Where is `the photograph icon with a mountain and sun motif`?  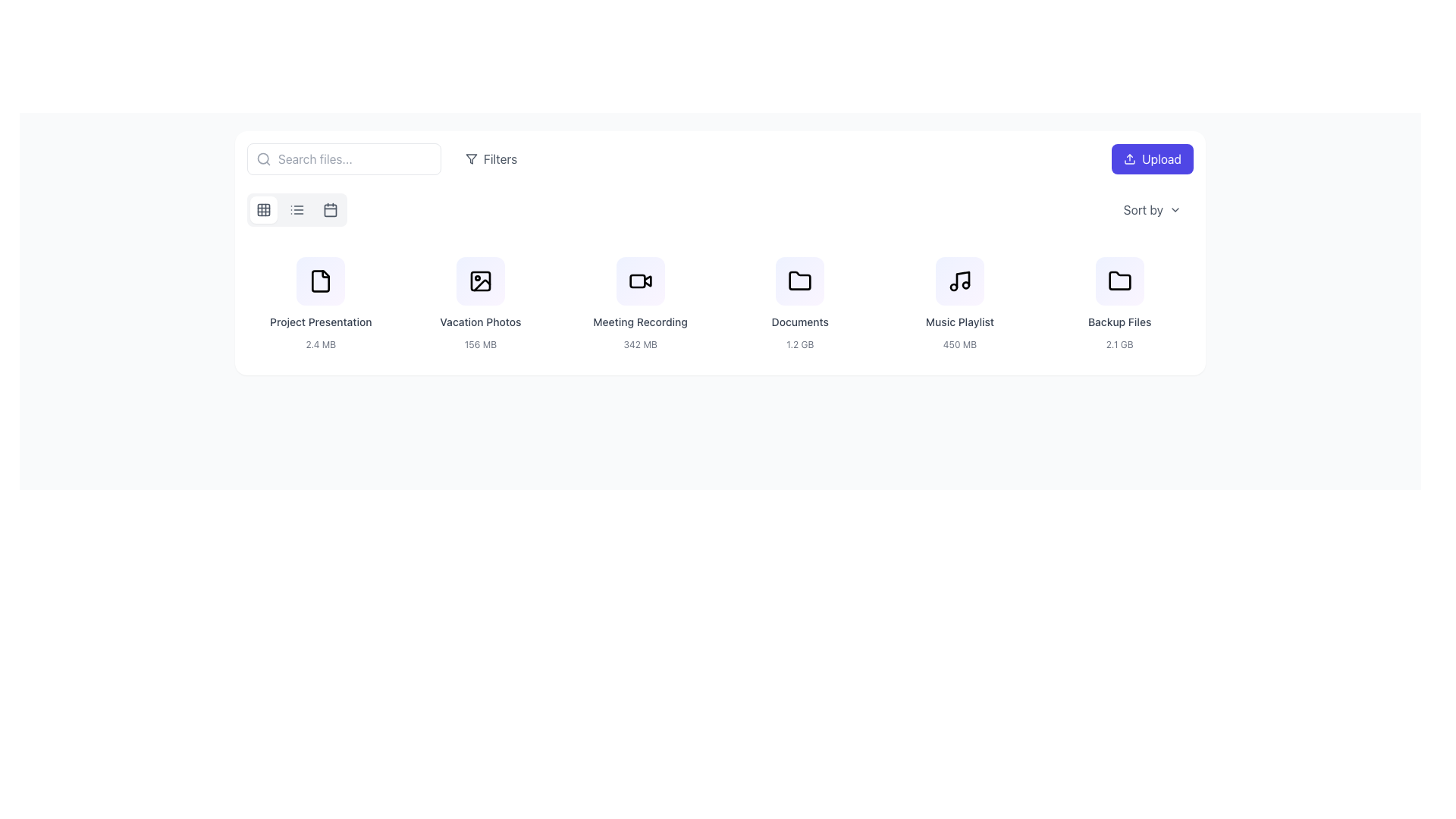 the photograph icon with a mountain and sun motif is located at coordinates (479, 281).